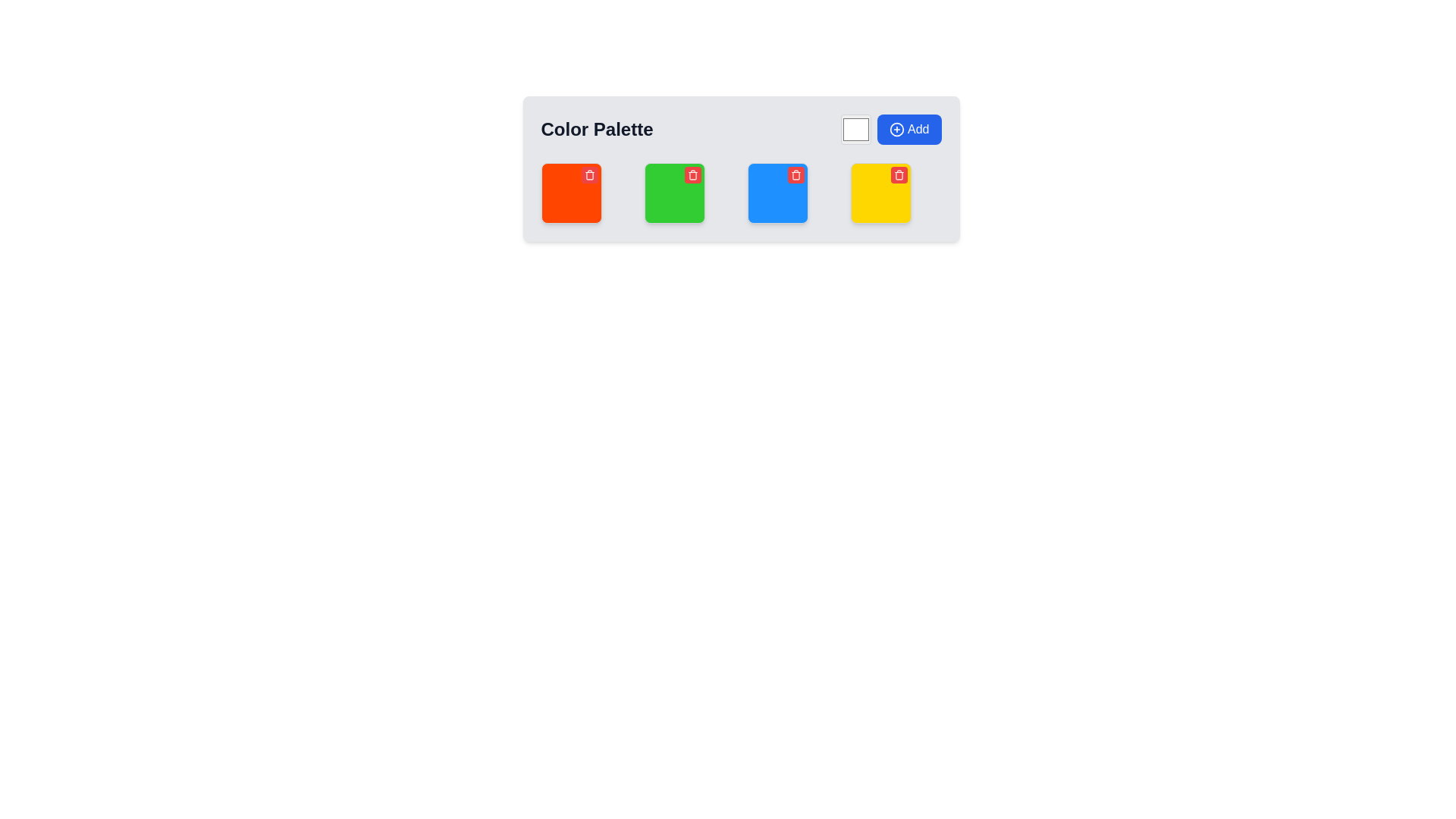  I want to click on the deletion button located in the top-right corner of the third tile in the color palette, so click(795, 174).